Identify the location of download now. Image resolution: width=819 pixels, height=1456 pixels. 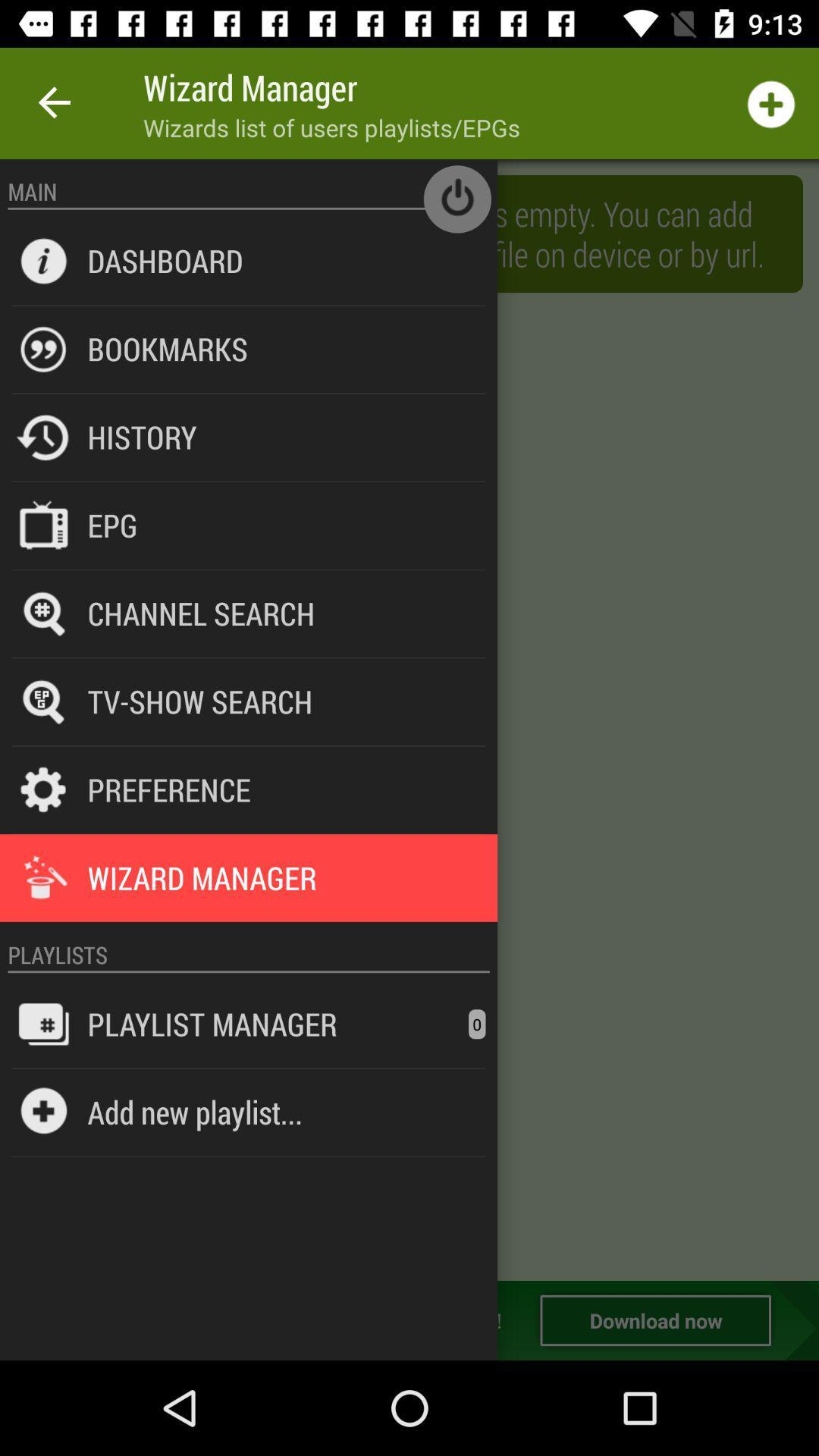
(654, 1320).